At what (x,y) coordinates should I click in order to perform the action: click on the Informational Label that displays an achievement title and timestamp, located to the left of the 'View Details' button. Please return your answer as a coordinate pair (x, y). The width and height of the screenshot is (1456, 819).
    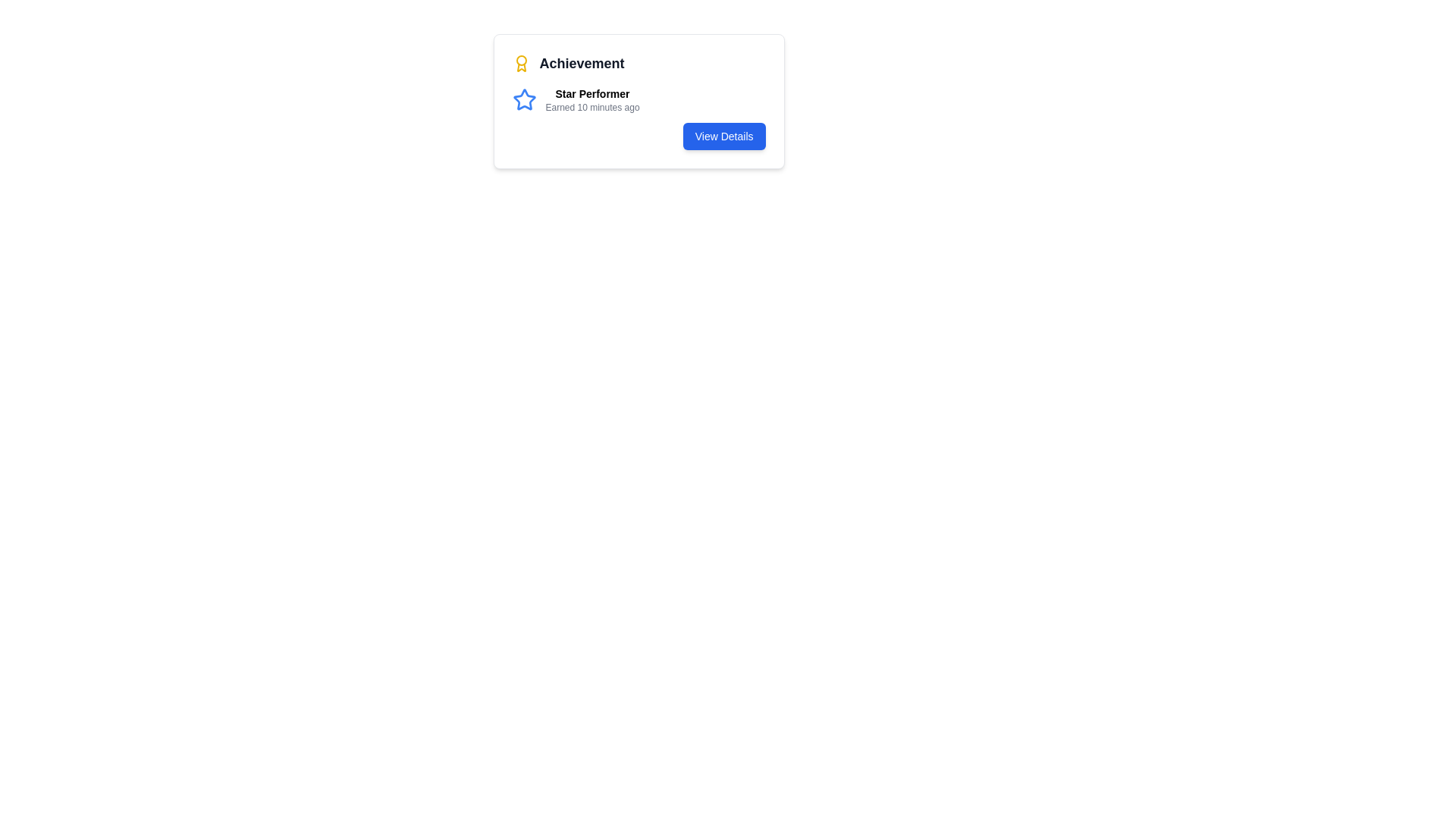
    Looking at the image, I should click on (639, 99).